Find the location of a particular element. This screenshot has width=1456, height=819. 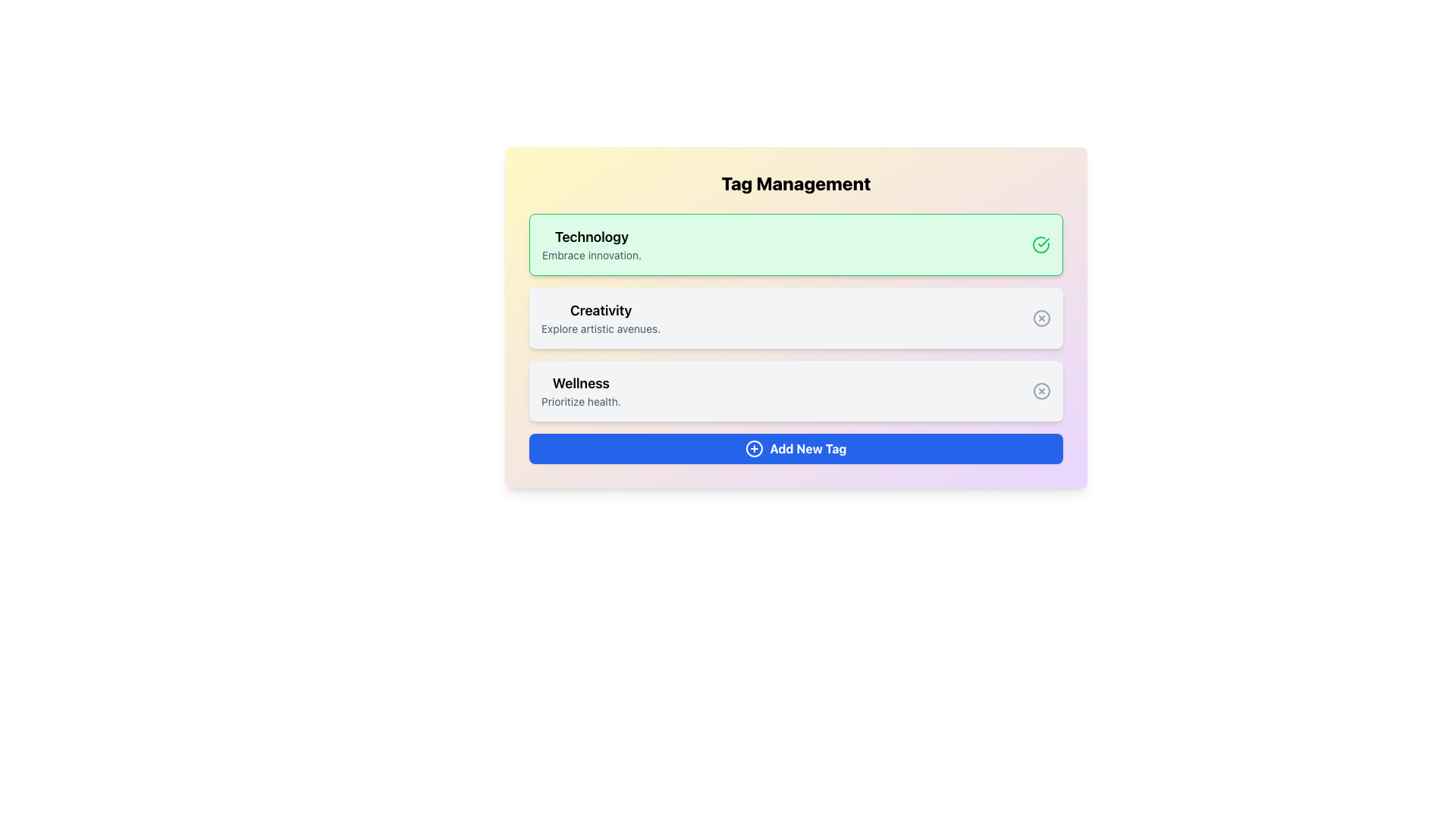

the circular cancel icon located on the rightmost side of the 'Creativity' section is located at coordinates (1040, 318).